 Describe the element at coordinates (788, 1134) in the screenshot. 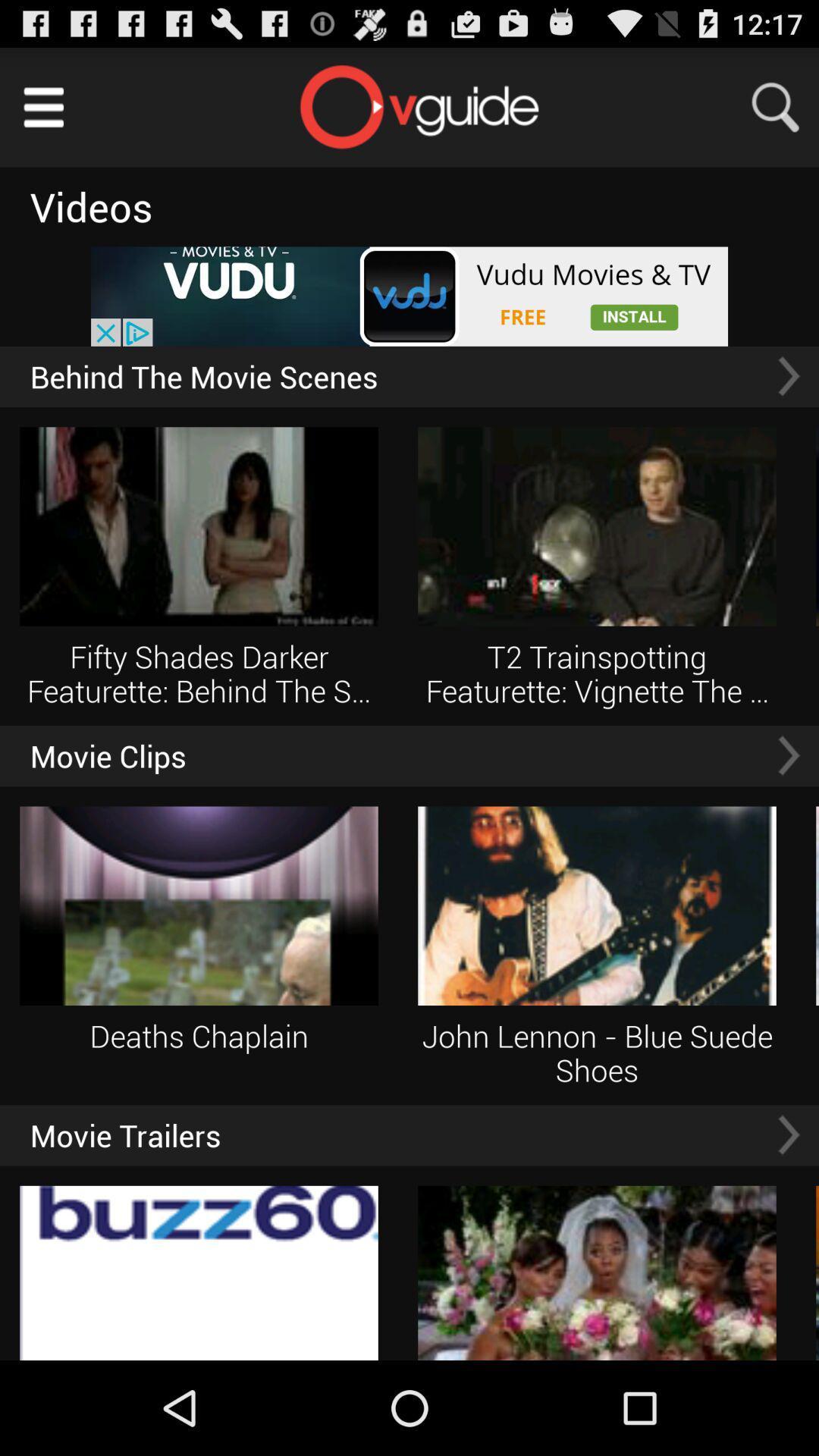

I see `go next movie trailers` at that location.